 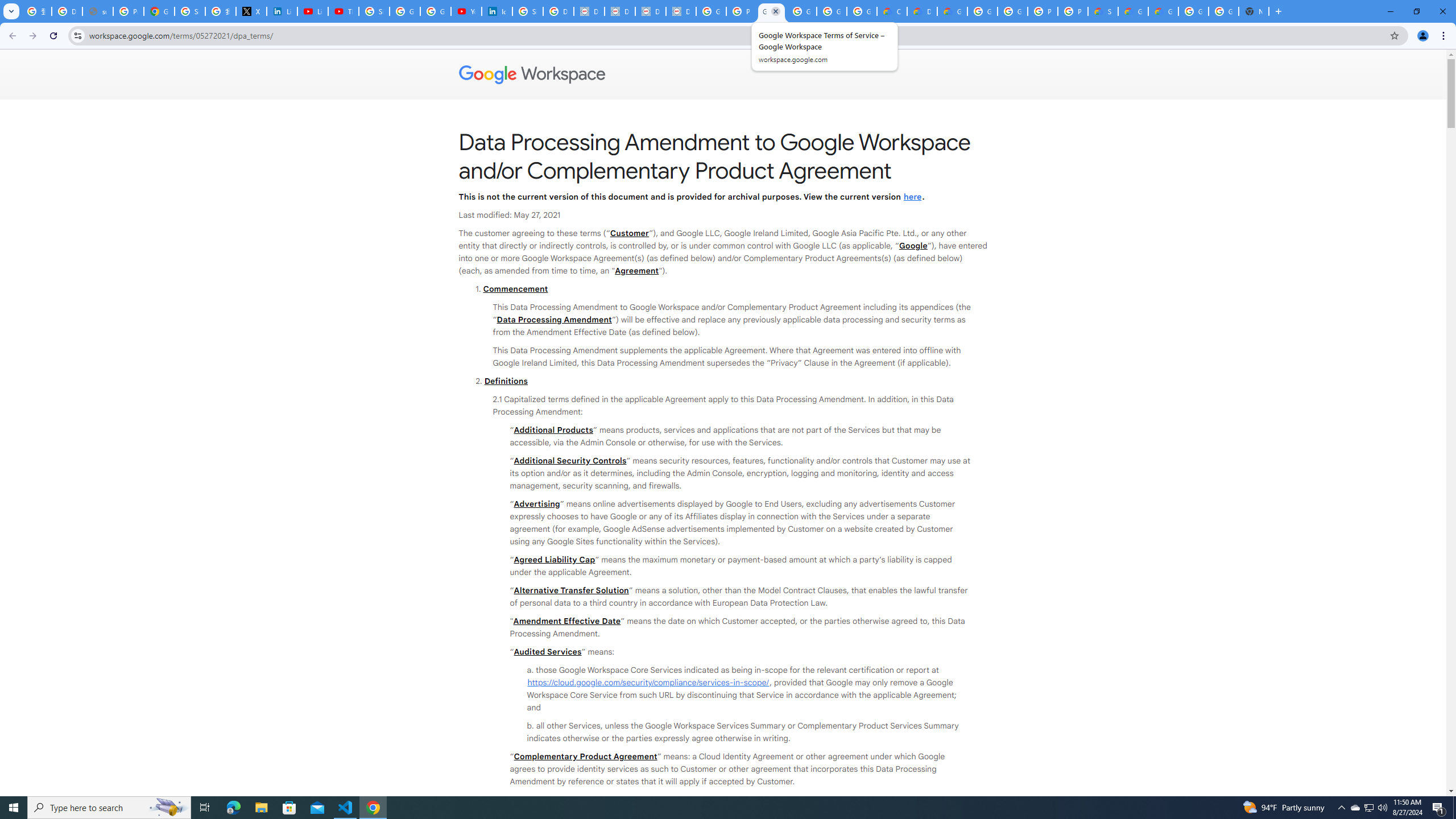 What do you see at coordinates (911, 196) in the screenshot?
I see `'here'` at bounding box center [911, 196].